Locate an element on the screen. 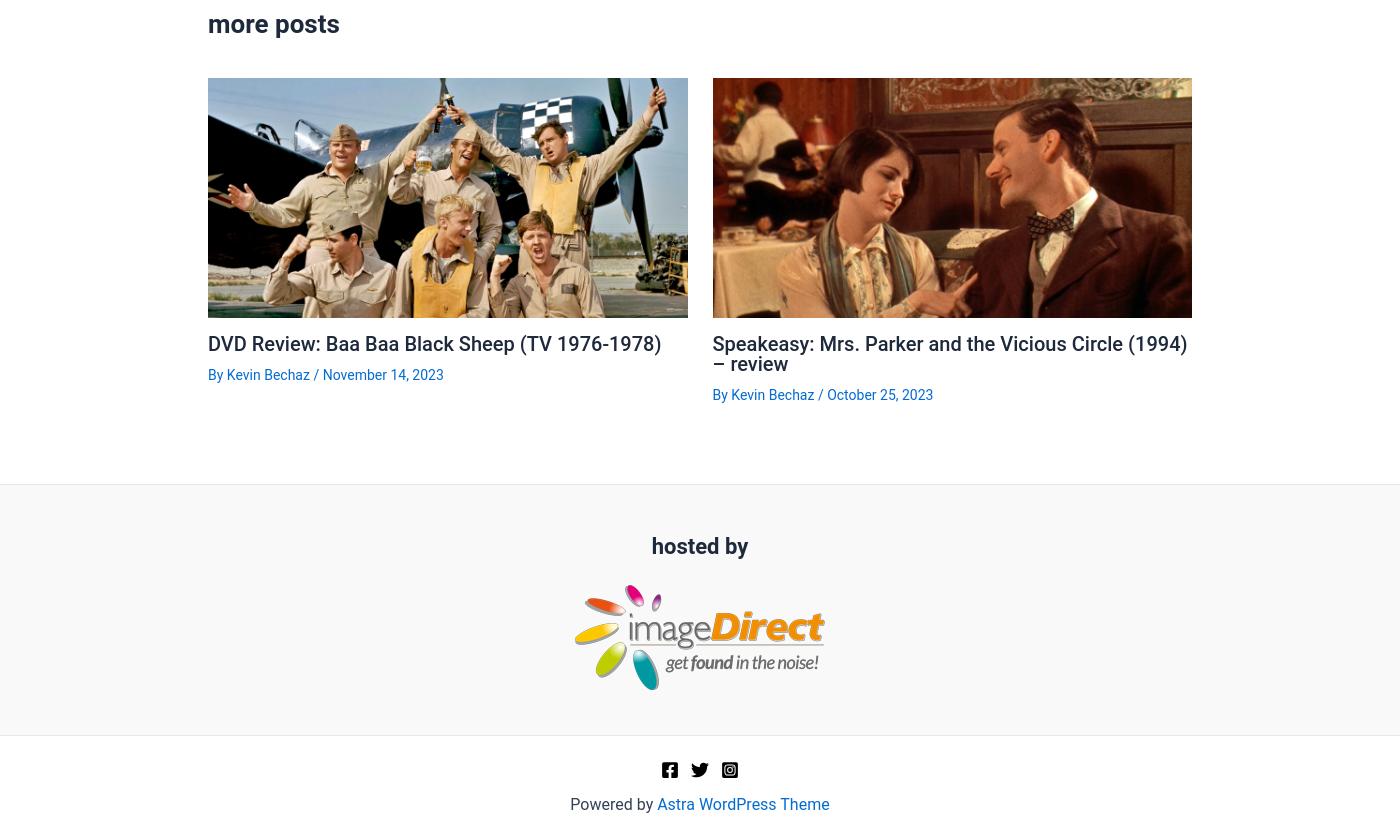 The image size is (1400, 835). 'more posts' is located at coordinates (208, 23).